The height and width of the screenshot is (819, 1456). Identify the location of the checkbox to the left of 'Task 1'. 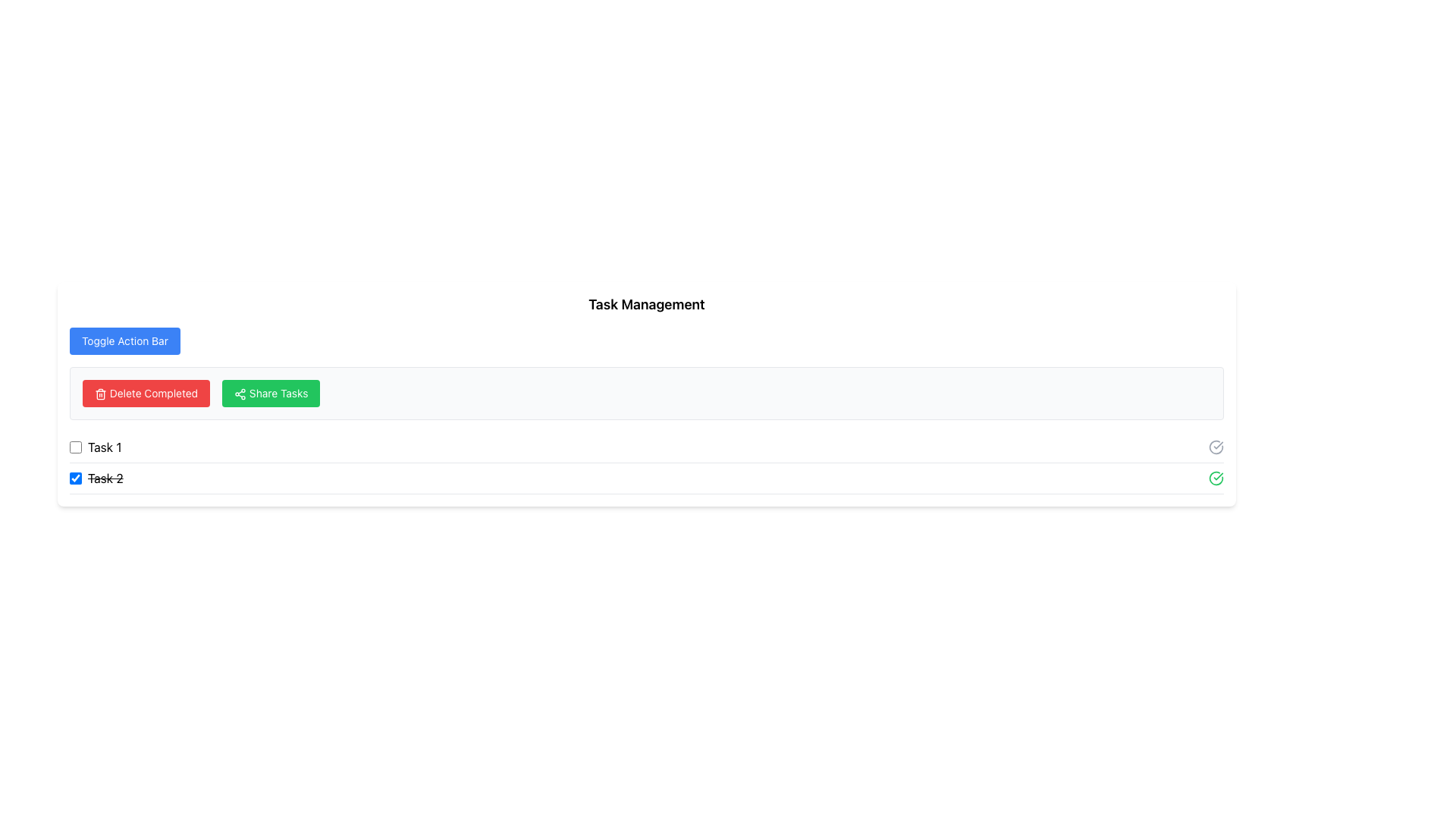
(75, 447).